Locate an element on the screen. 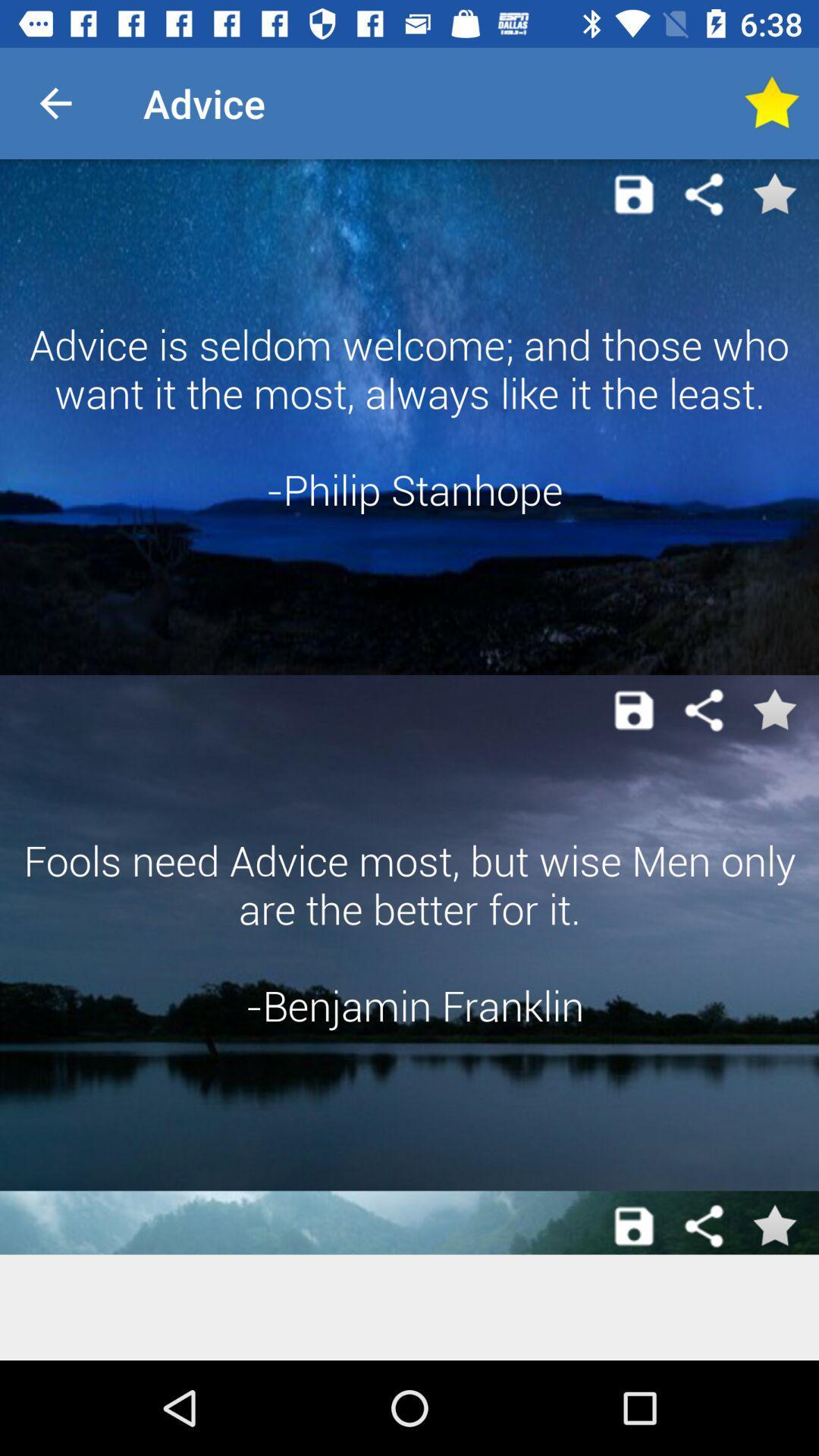 This screenshot has height=1456, width=819. advice is seldom is located at coordinates (409, 417).